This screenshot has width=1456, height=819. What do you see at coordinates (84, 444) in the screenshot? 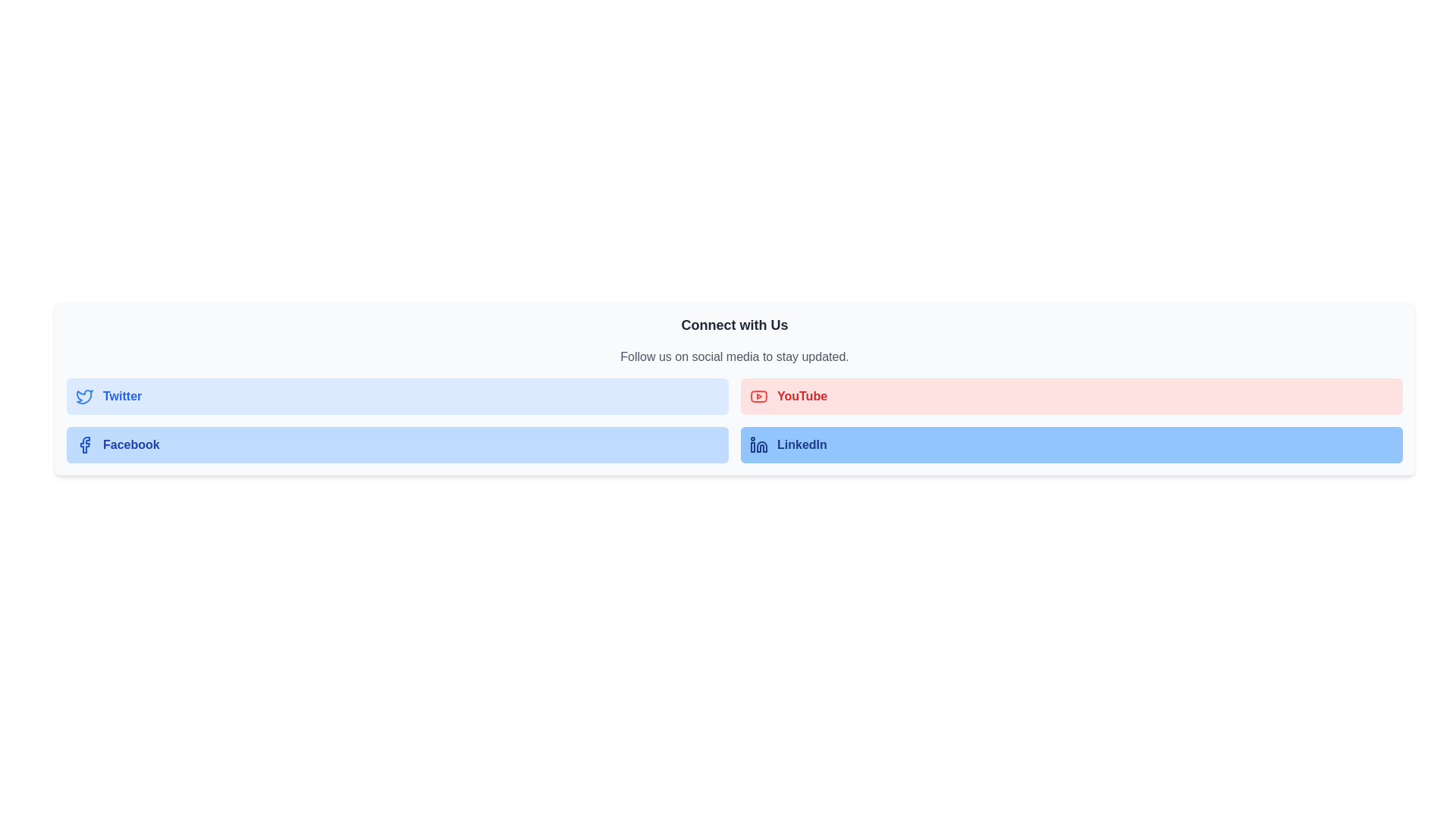
I see `the Facebook icon located at the top of the Facebook button group in the bottom left section of the interface to follow the associated action` at bounding box center [84, 444].